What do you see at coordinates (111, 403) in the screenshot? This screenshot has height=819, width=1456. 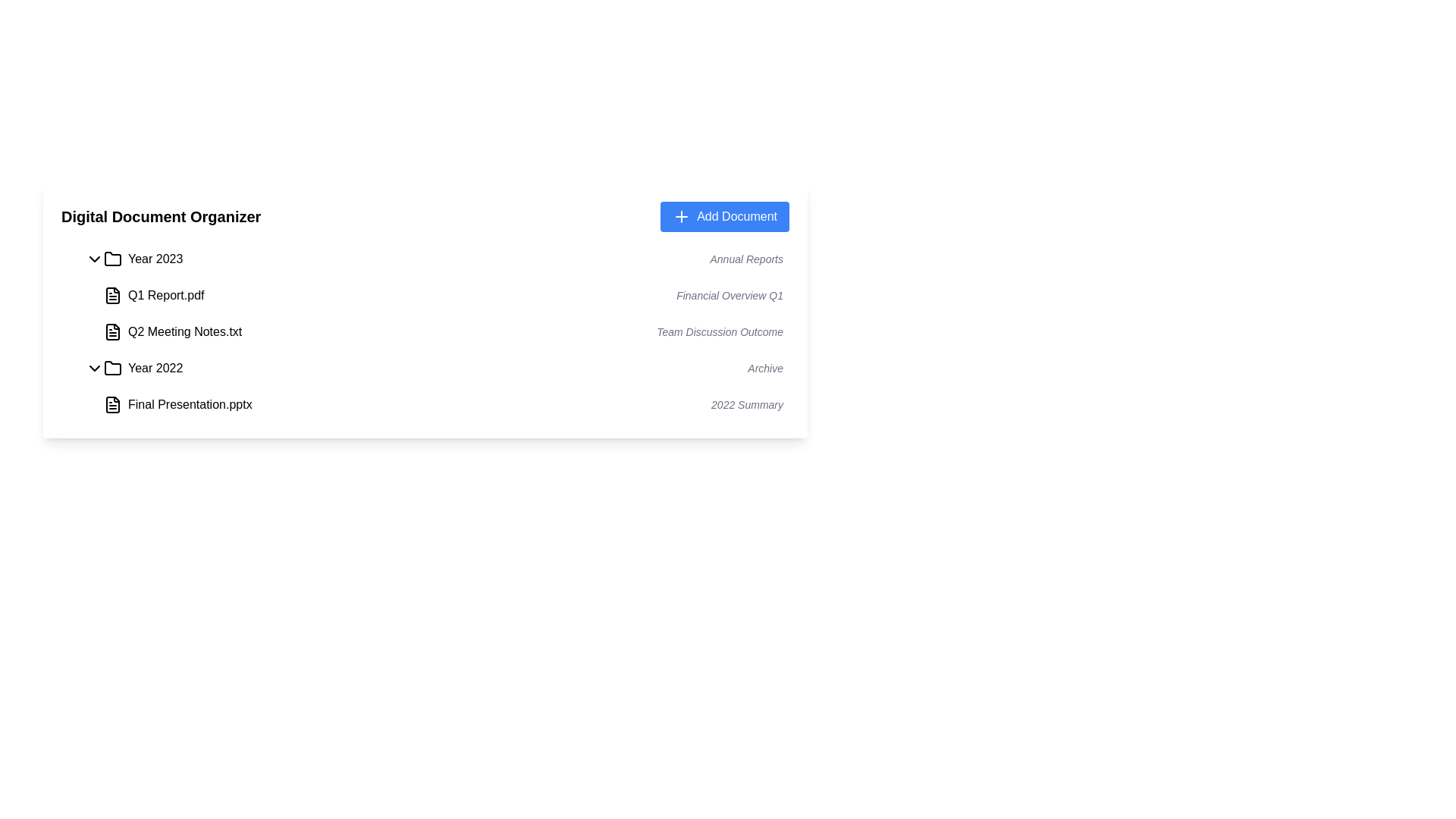 I see `the document icon resembling a folded corner, located at the extreme left of the row labeled 'Final Presentation.pptx - 2022 Summary'` at bounding box center [111, 403].